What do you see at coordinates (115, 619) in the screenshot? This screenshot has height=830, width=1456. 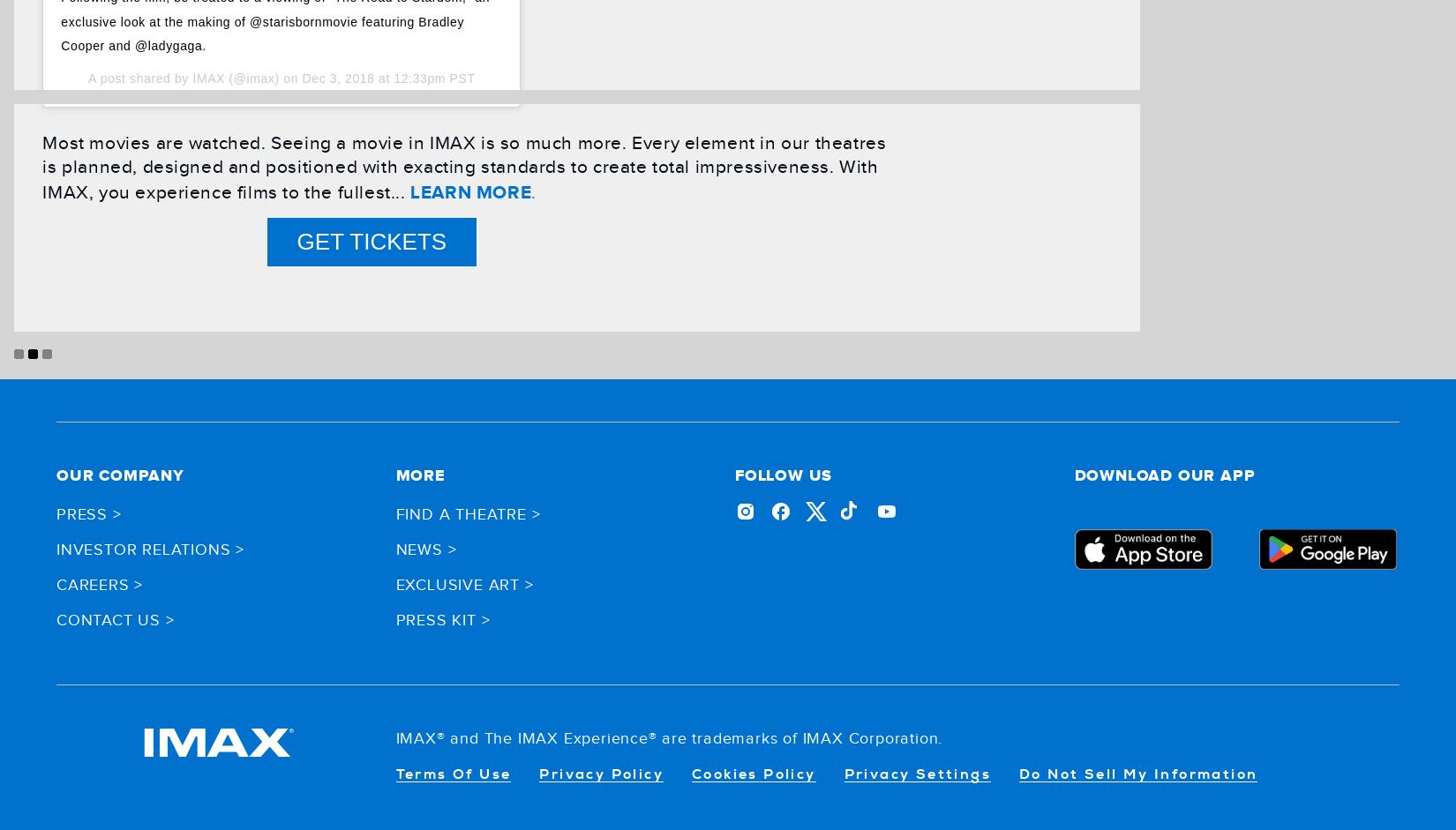 I see `'Contact Us >'` at bounding box center [115, 619].